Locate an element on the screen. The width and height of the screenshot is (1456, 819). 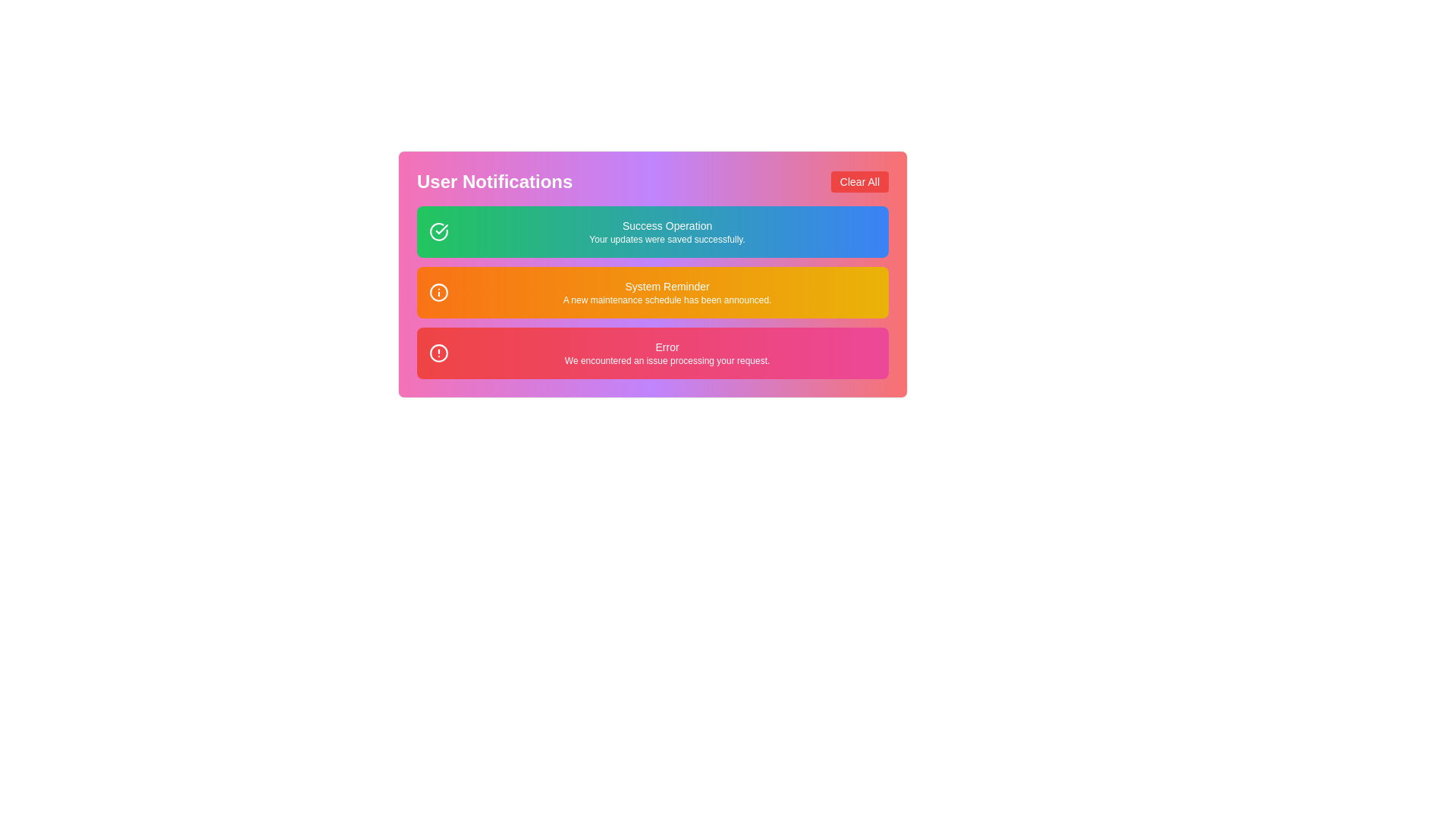
checkmark icon located within the green notification card titled 'Success Operation', positioned at the left side near the top edge is located at coordinates (441, 229).